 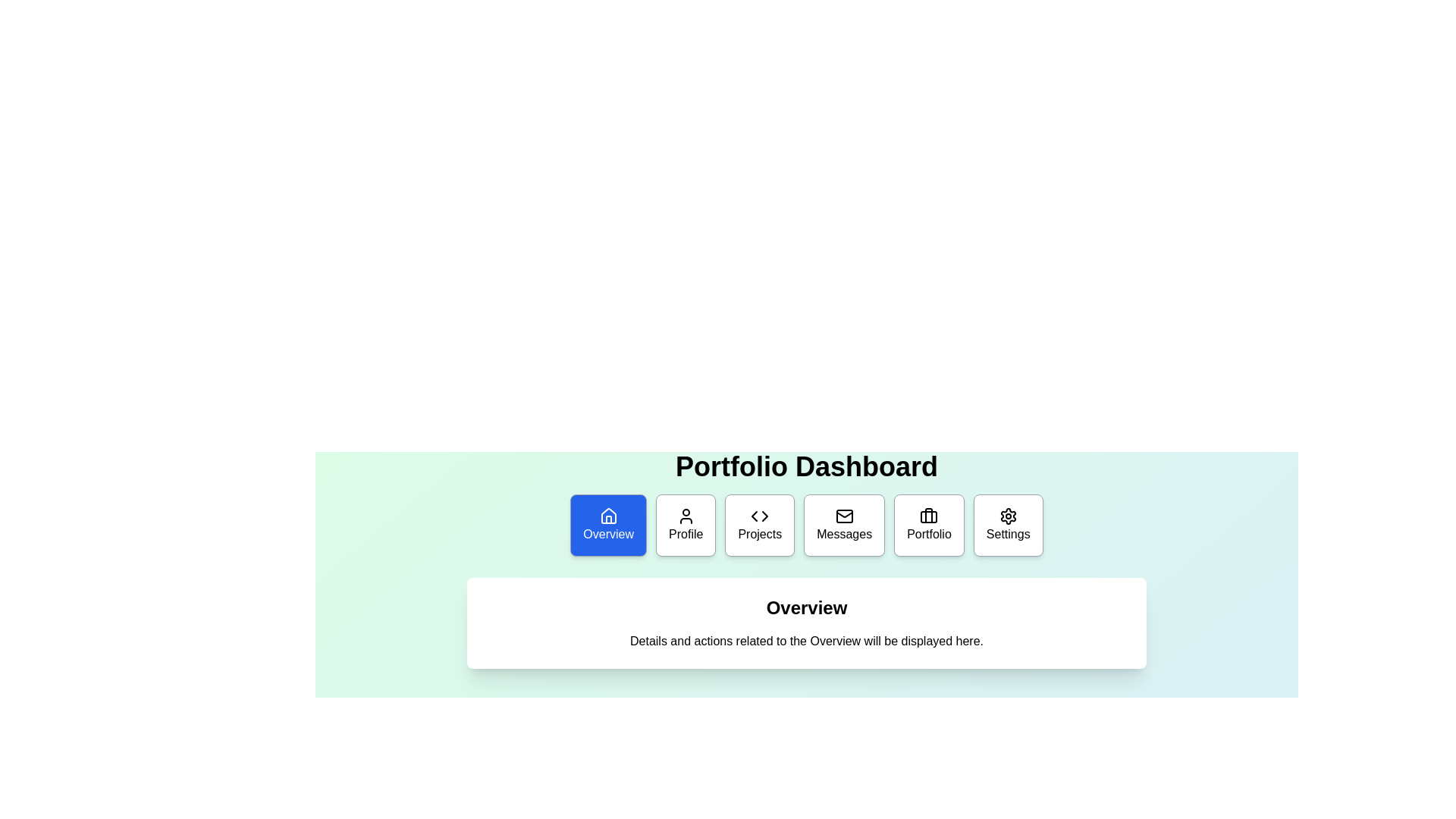 What do you see at coordinates (608, 525) in the screenshot?
I see `the 'Overview' button, which is styled with a blue background and white text, located in the horizontal navigation bar to the left of other buttons like 'Profile', 'Projects', 'Messages', 'Portfolio', and 'Settings'` at bounding box center [608, 525].